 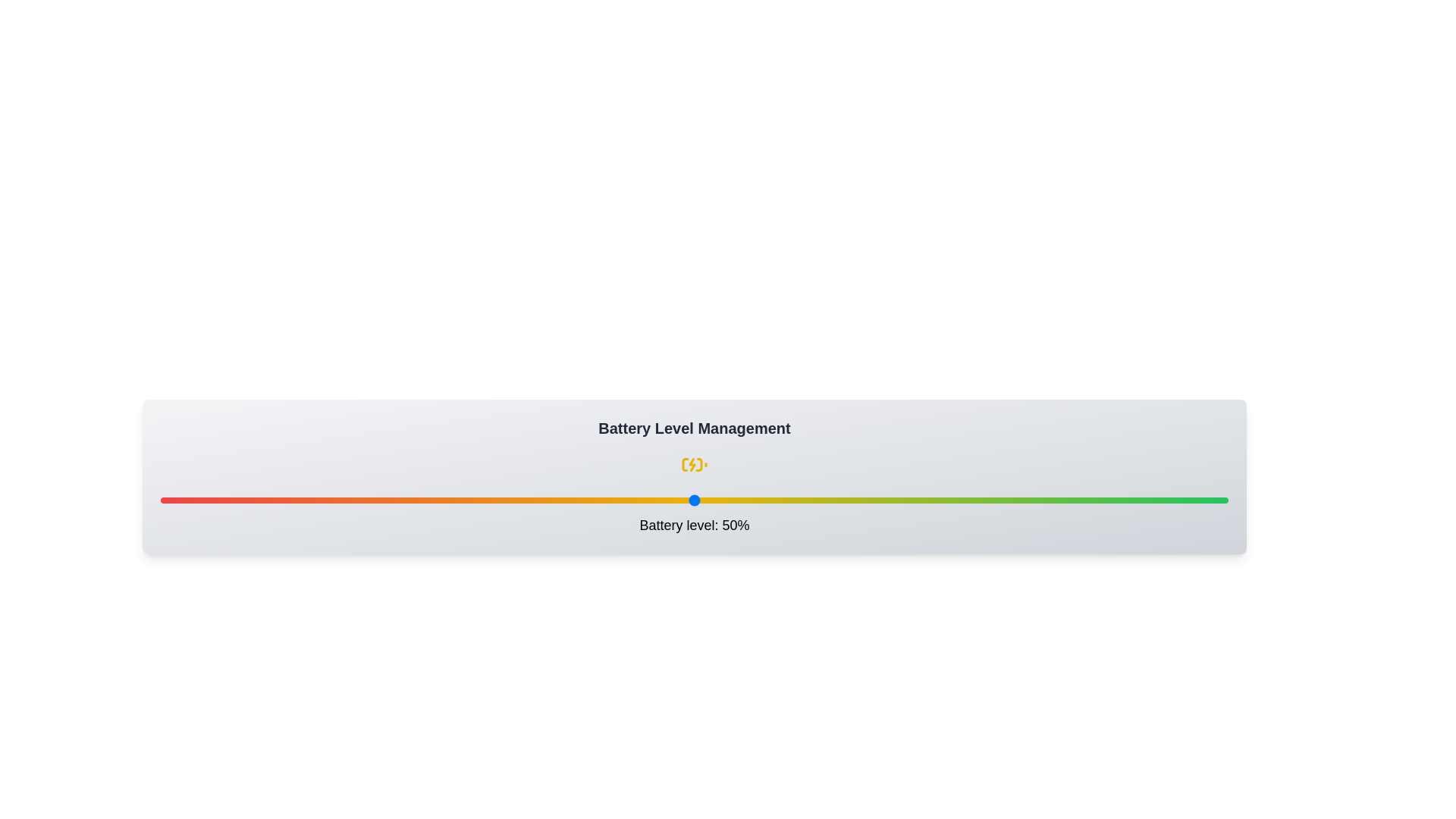 What do you see at coordinates (267, 500) in the screenshot?
I see `the battery level to 10% by interacting with the slider` at bounding box center [267, 500].